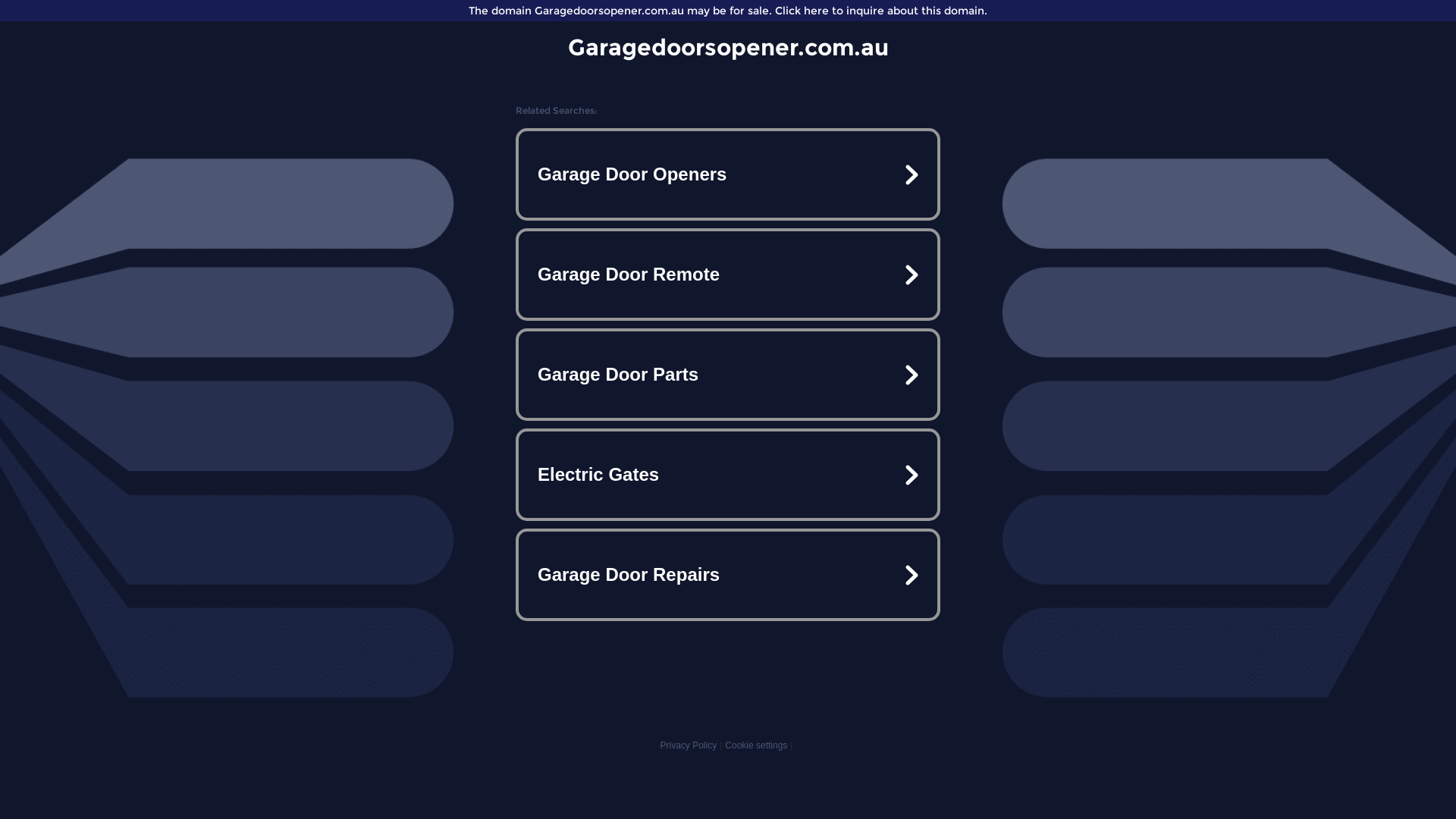 Image resolution: width=1456 pixels, height=819 pixels. Describe the element at coordinates (687, 745) in the screenshot. I see `'Privacy Policy'` at that location.